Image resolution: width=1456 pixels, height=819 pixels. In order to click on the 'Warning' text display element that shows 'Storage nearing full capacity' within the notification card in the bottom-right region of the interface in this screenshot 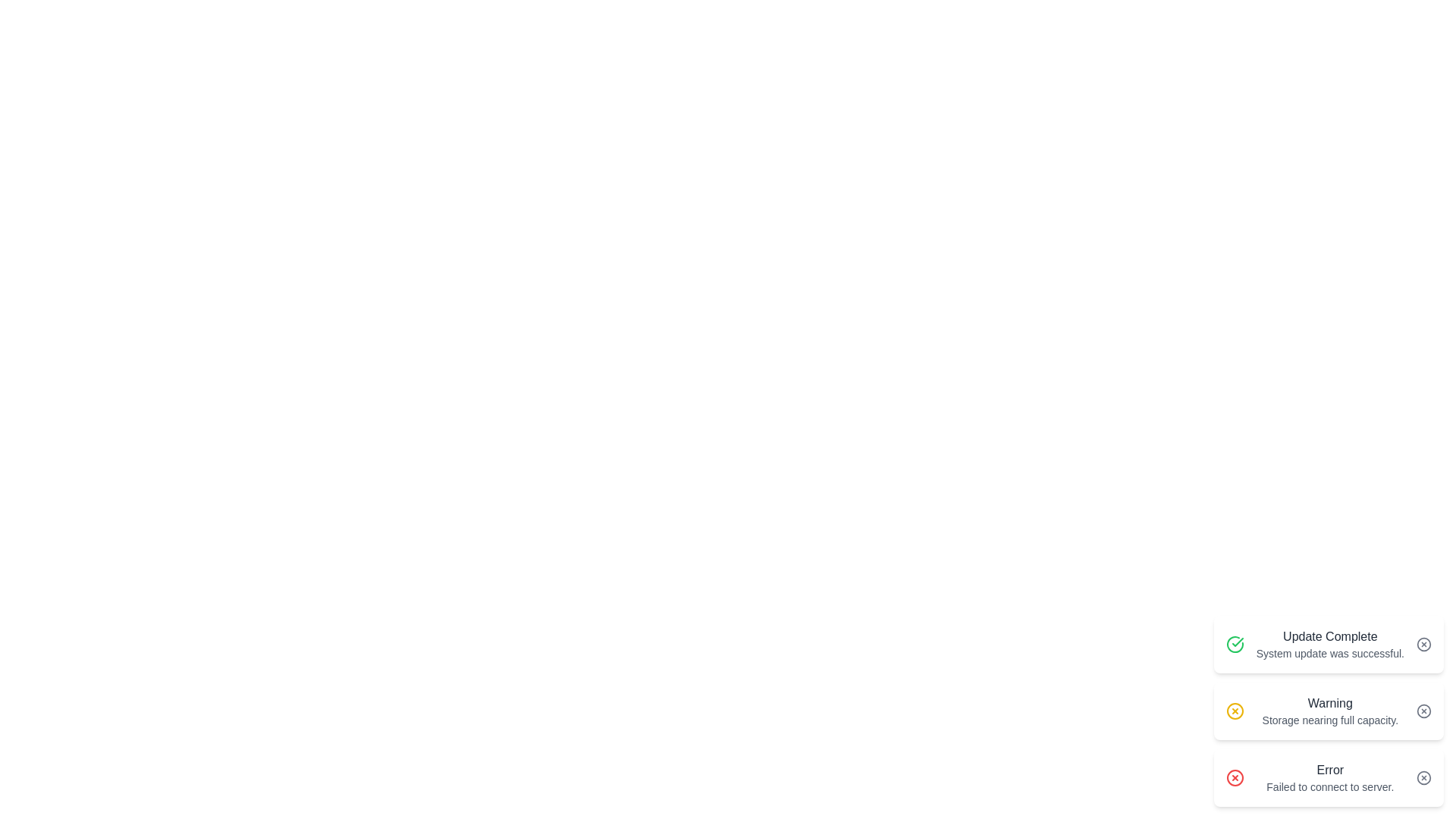, I will do `click(1329, 711)`.